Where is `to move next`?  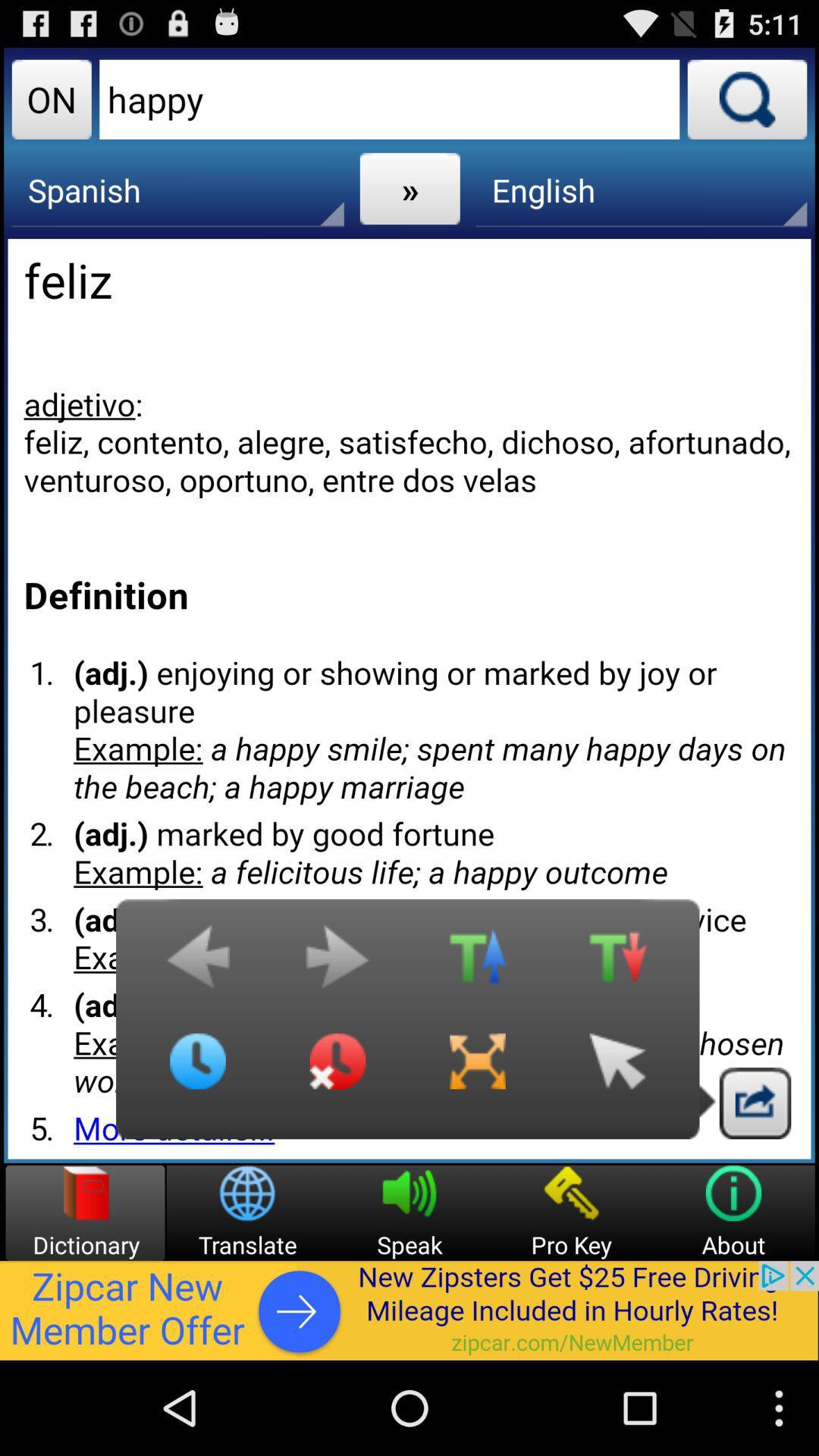 to move next is located at coordinates (337, 964).